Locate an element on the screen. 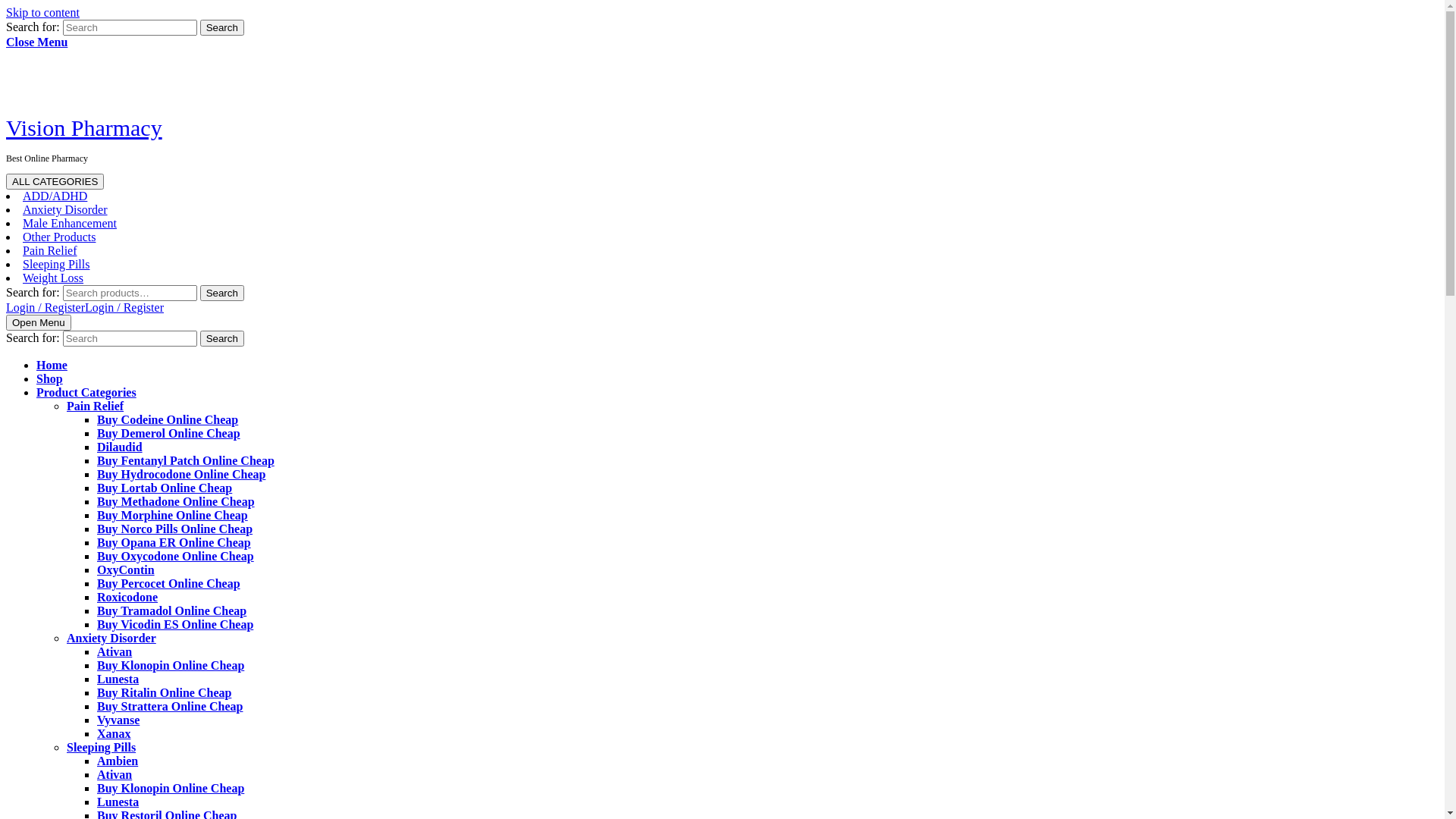 This screenshot has height=819, width=1456. 'Buy Tramadol Online Cheap' is located at coordinates (171, 610).